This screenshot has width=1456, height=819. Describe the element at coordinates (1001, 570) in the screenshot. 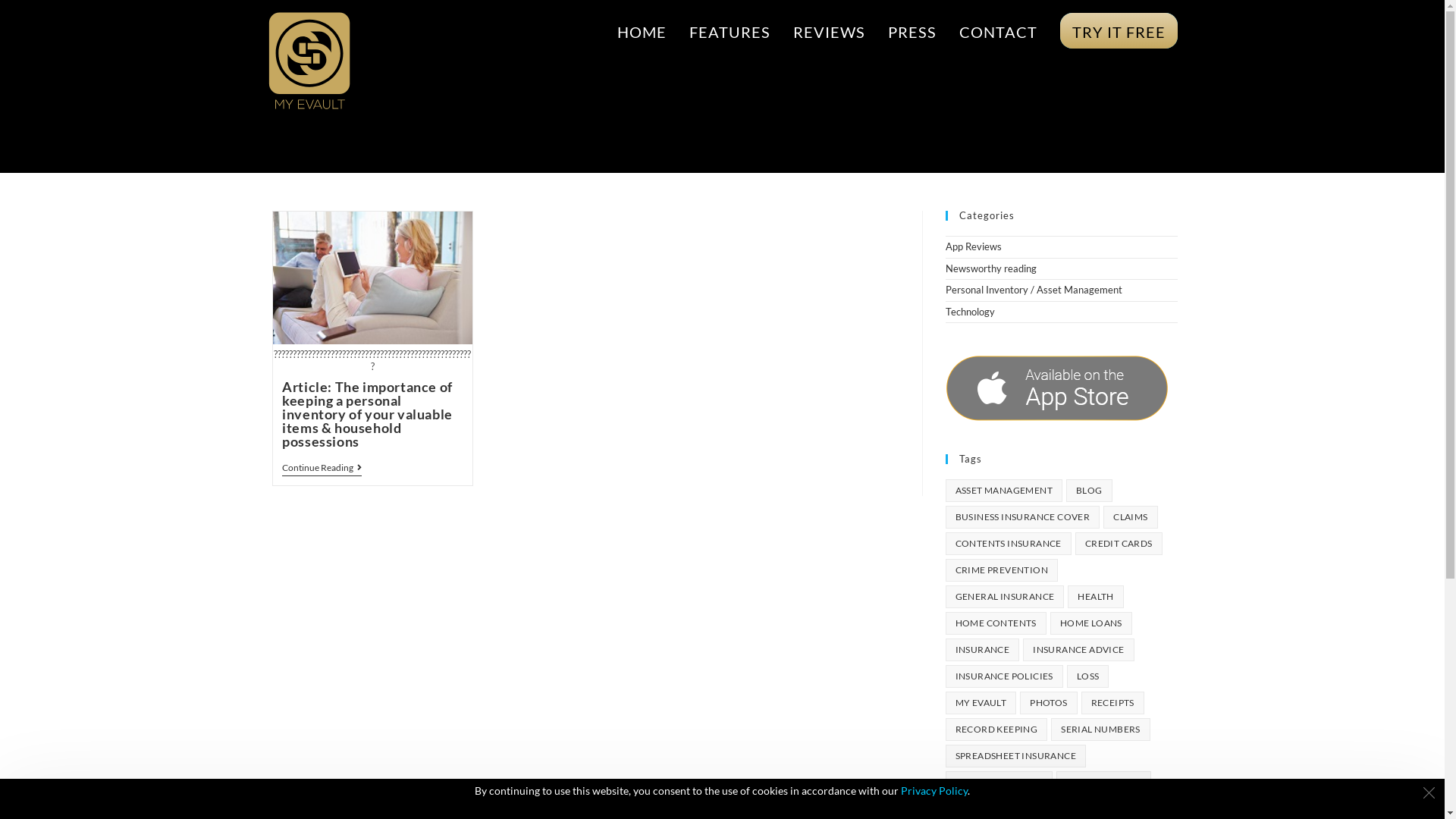

I see `'CRIME PREVENTION'` at that location.